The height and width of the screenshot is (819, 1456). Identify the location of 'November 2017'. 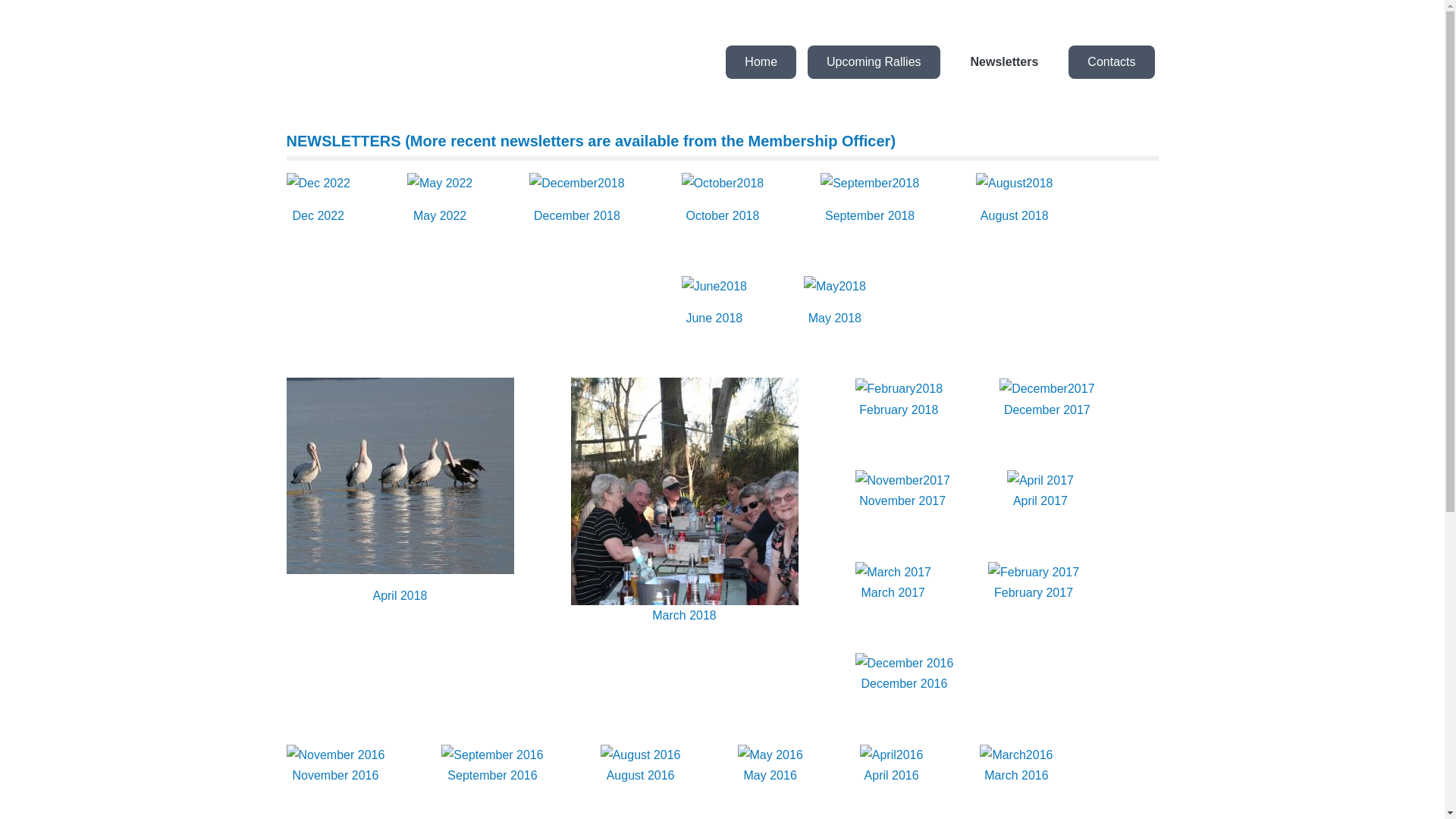
(902, 500).